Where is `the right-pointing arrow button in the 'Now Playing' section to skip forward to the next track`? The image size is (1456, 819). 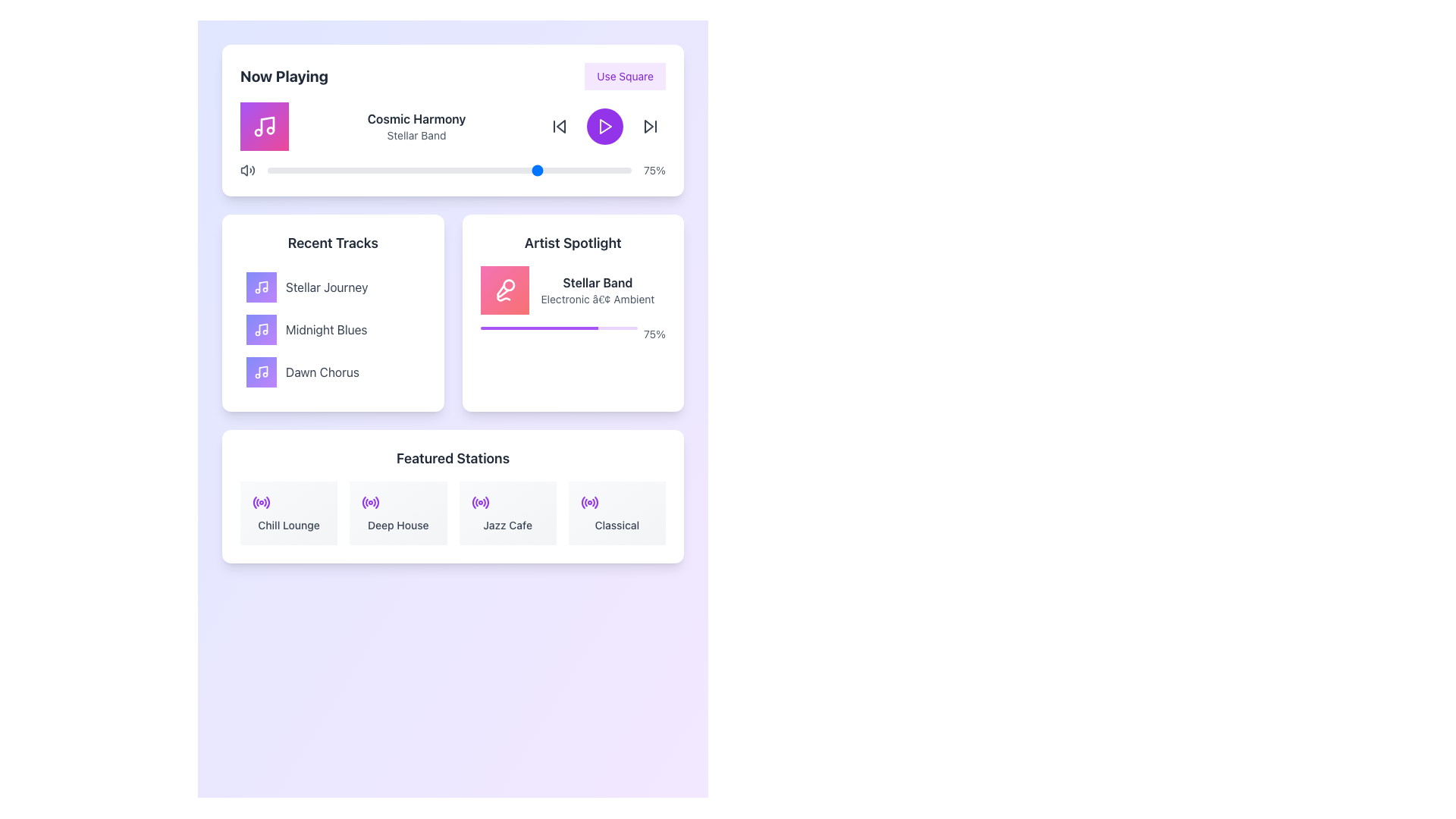 the right-pointing arrow button in the 'Now Playing' section to skip forward to the next track is located at coordinates (651, 125).